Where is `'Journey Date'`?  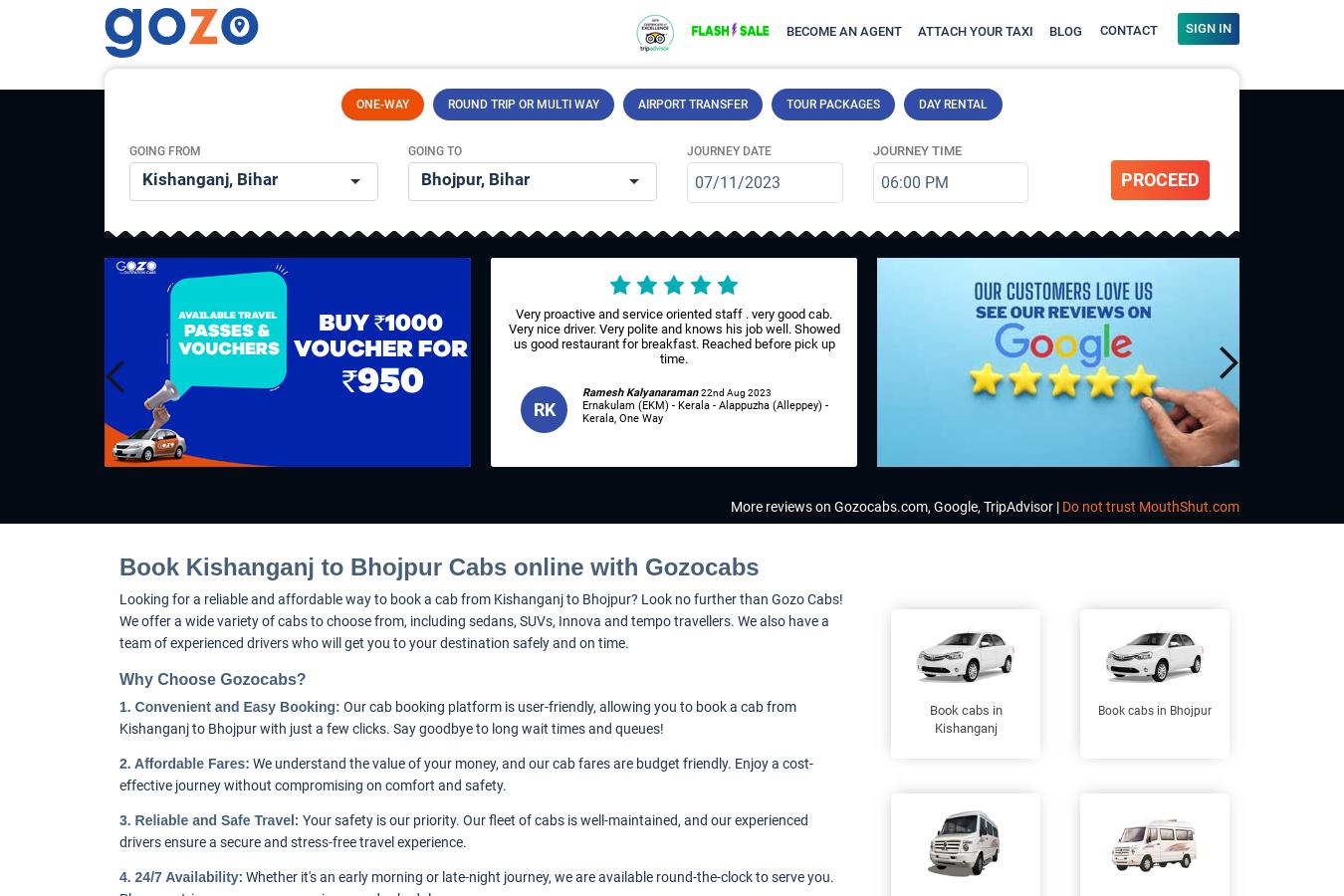
'Journey Date' is located at coordinates (728, 151).